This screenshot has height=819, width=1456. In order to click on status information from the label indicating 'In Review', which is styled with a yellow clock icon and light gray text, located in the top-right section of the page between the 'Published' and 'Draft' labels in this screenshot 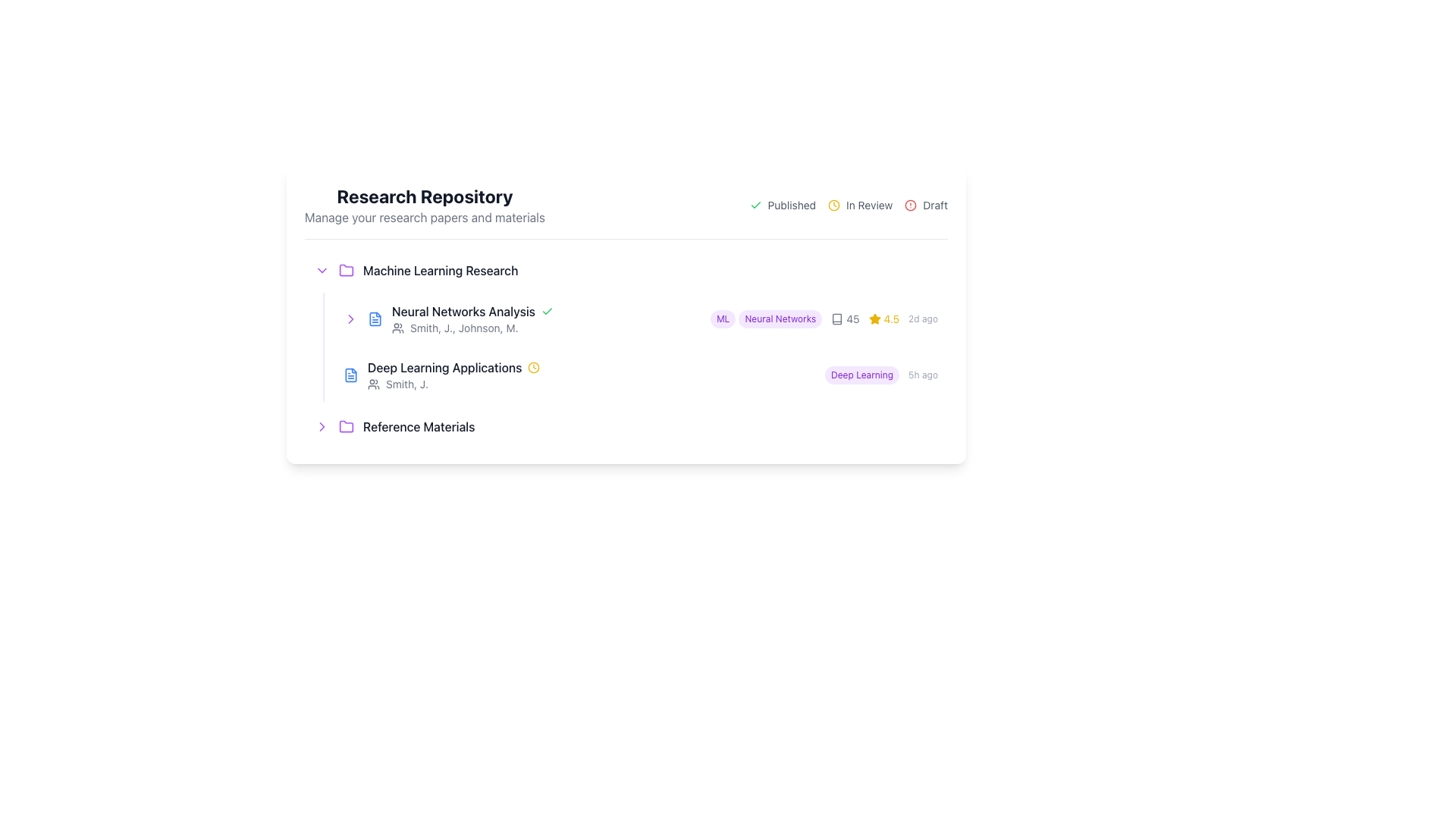, I will do `click(860, 205)`.